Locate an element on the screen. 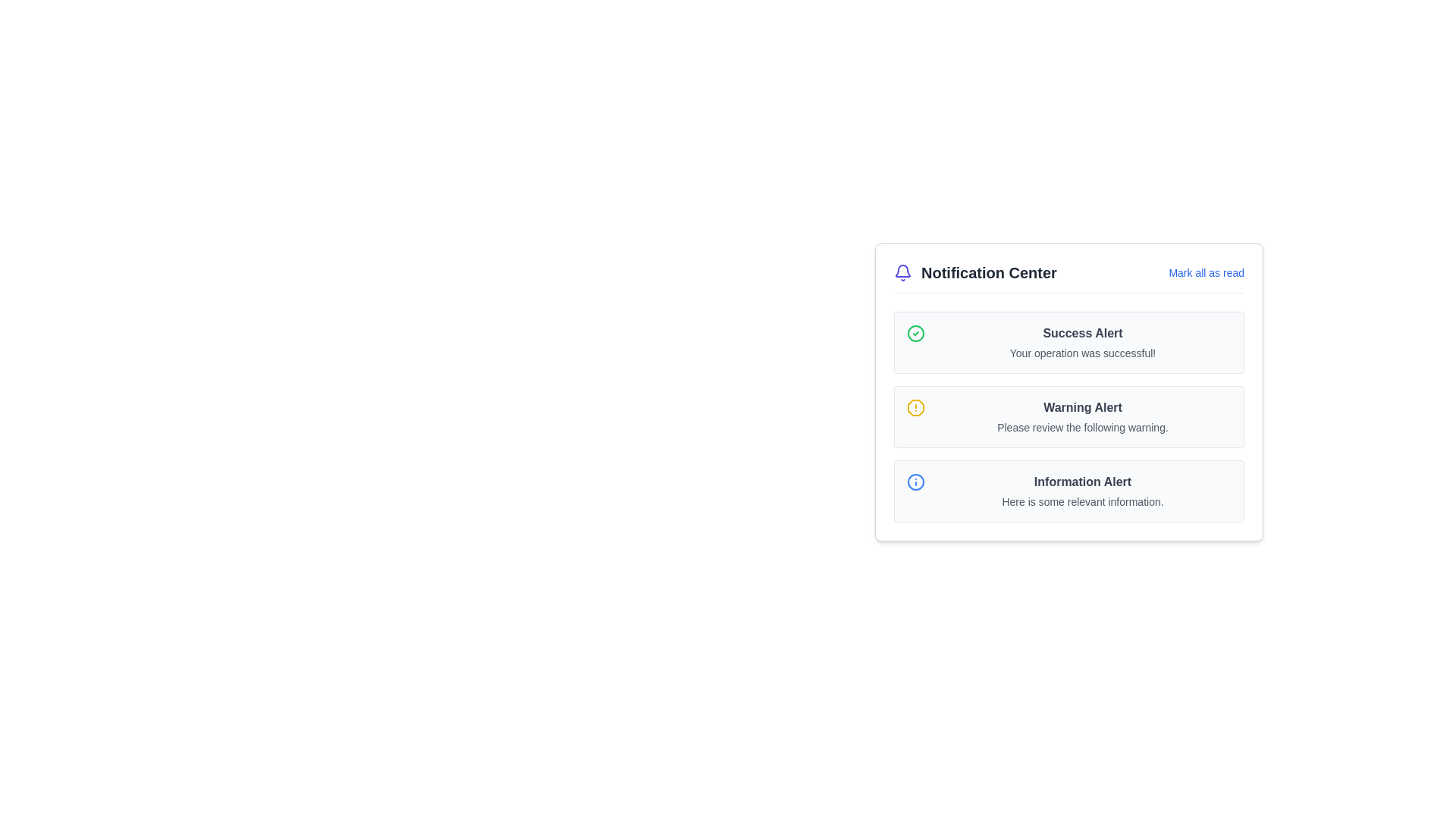 The image size is (1456, 819). the 'Warning Alert' text content located in the 'Notification Center', which displays a warning message to the user and is positioned within the second card from the top is located at coordinates (1082, 417).